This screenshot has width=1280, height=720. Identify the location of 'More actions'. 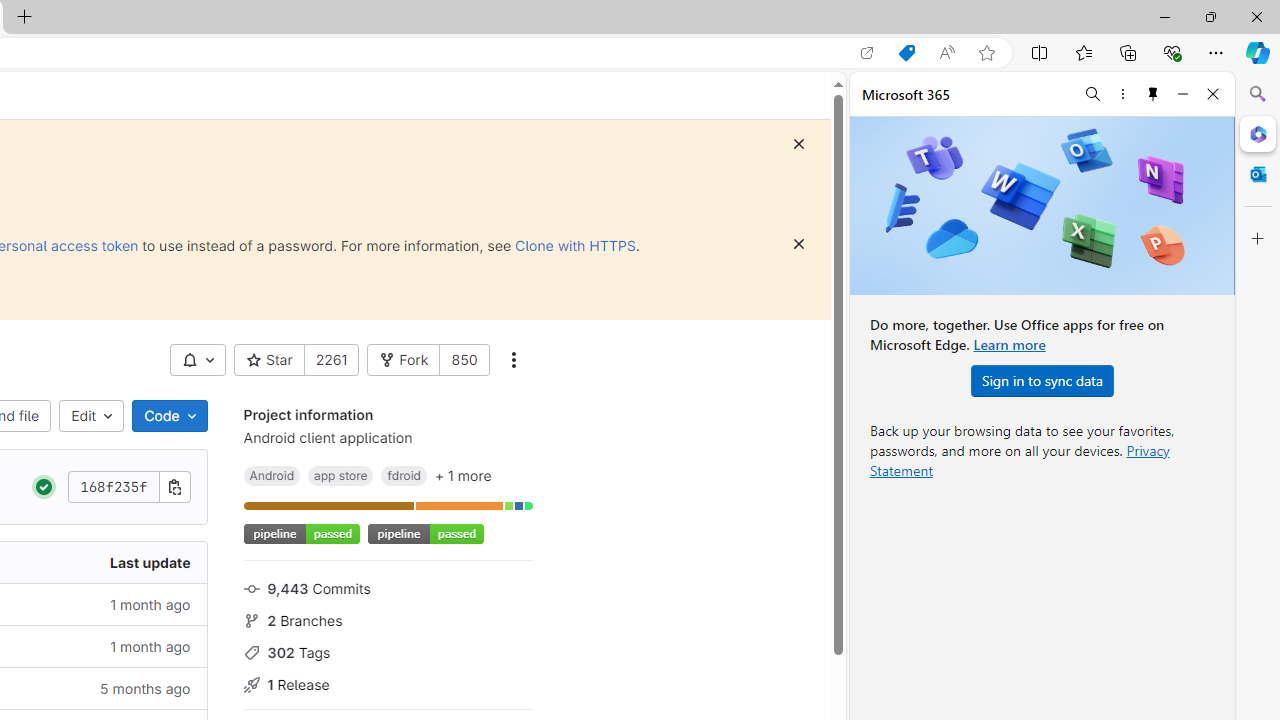
(513, 360).